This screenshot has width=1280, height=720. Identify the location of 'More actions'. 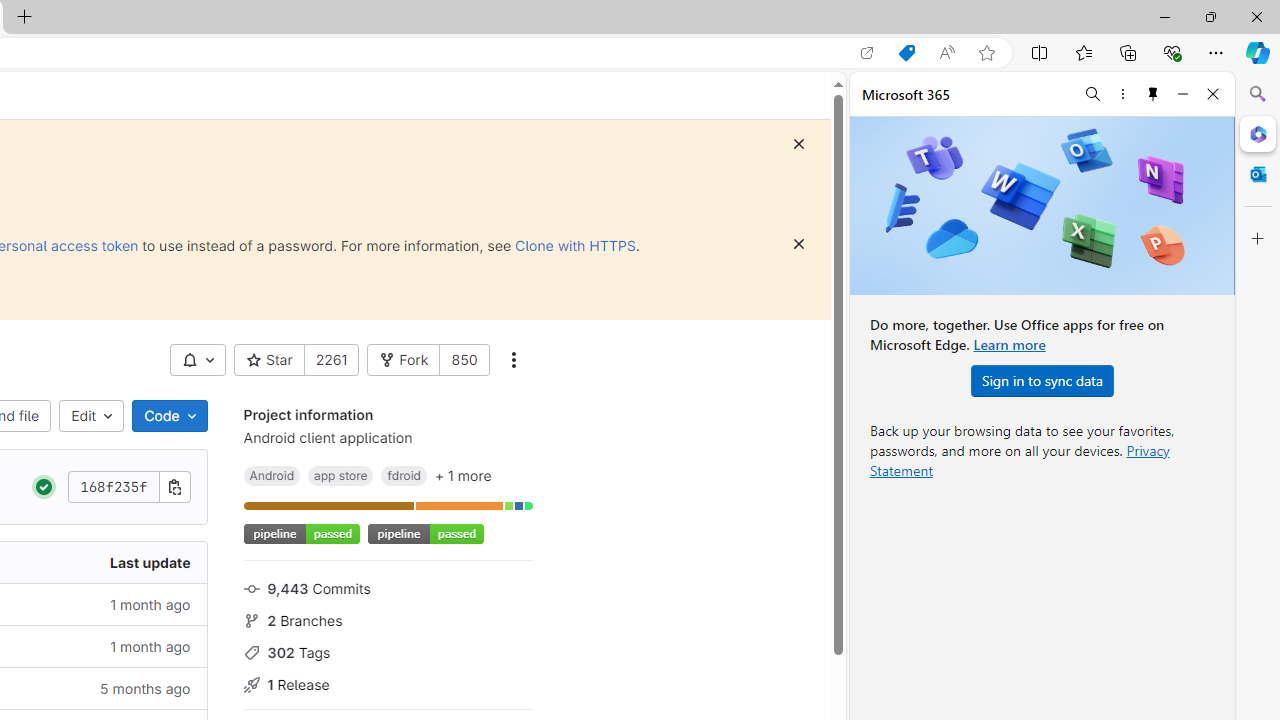
(513, 360).